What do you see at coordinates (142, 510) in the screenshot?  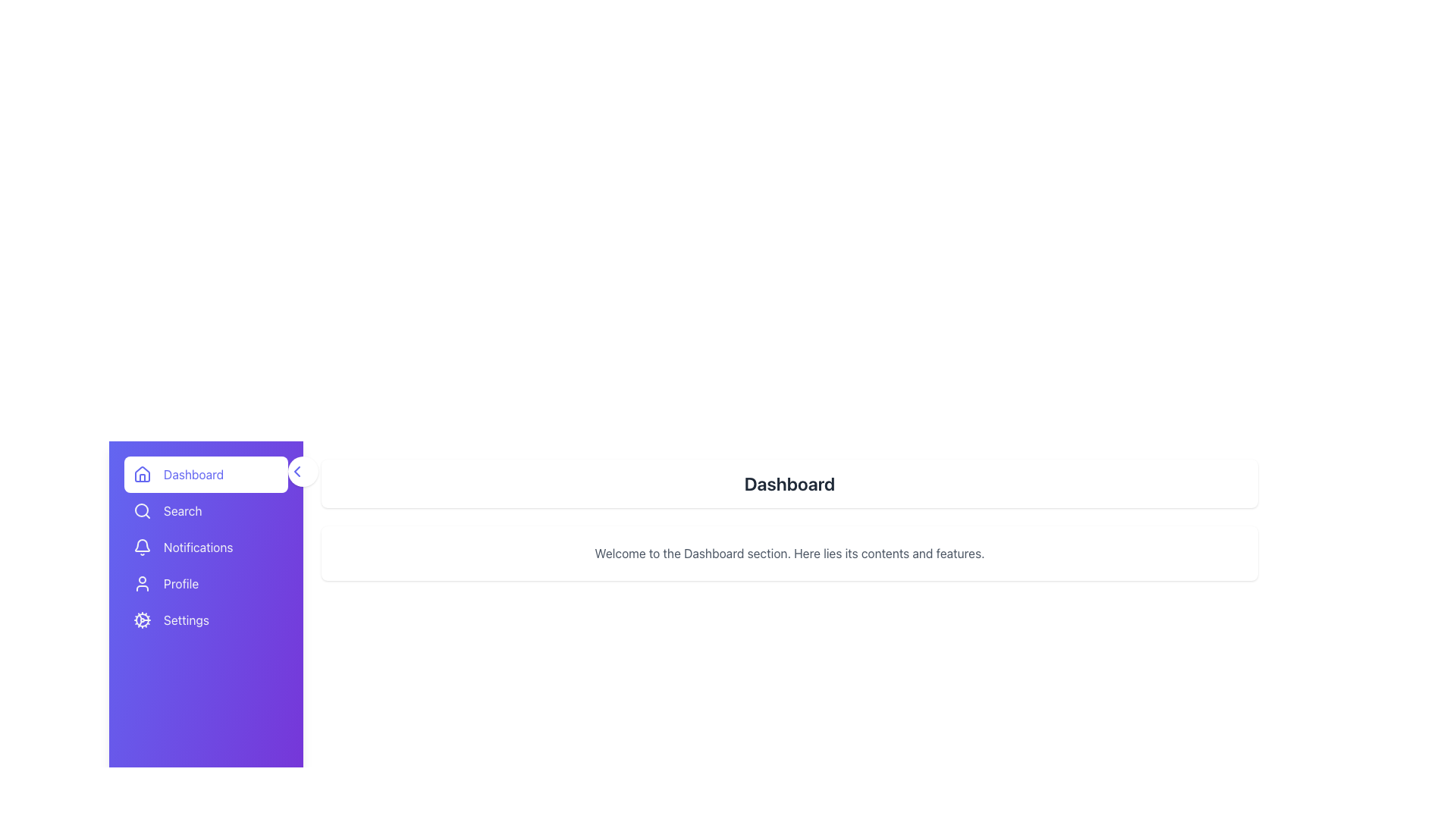 I see `the circular portion of the search magnifying glass icon in the vertical navigation bar, located next to the 'Search' text label` at bounding box center [142, 510].